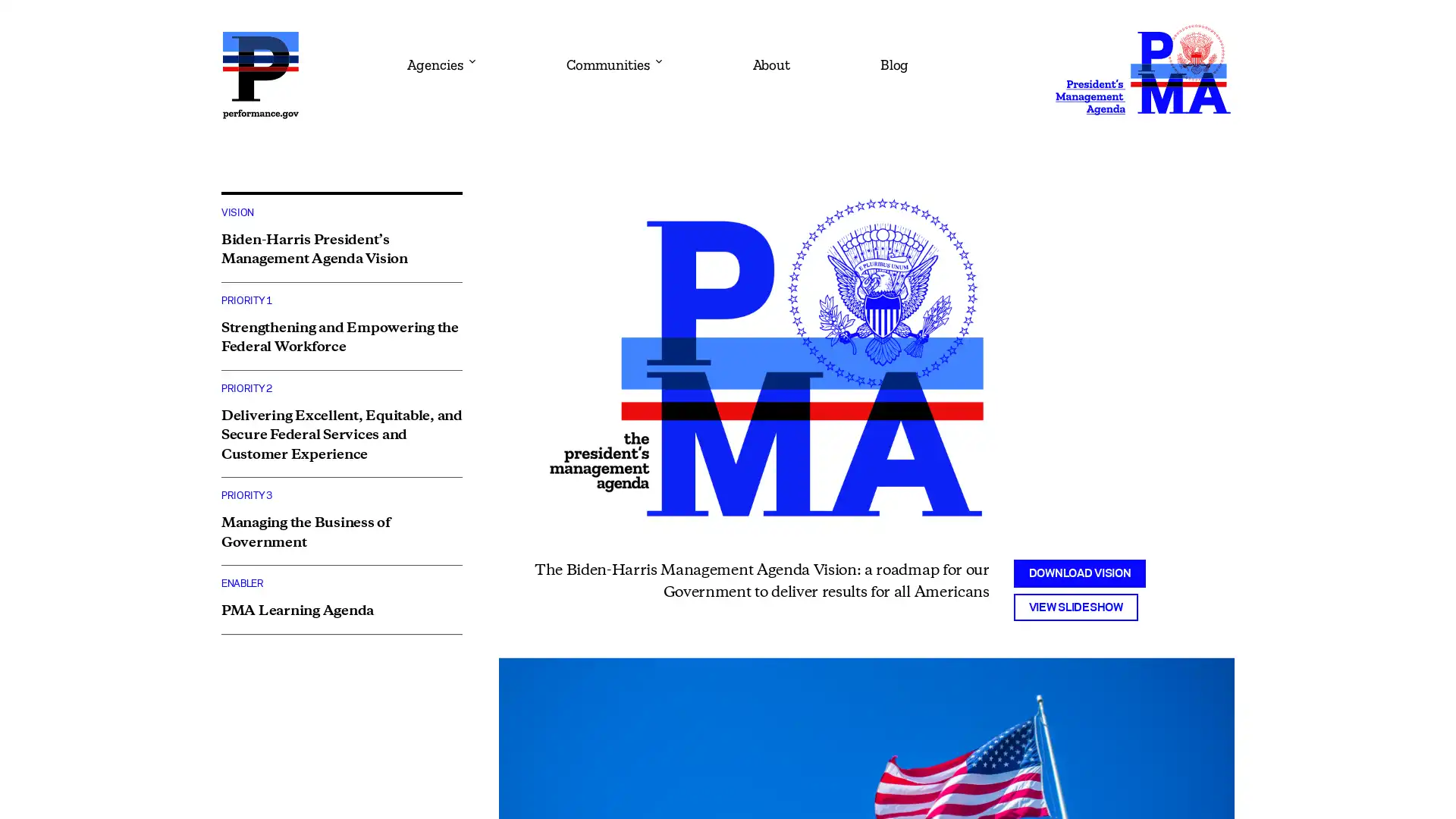 The image size is (1456, 819). Describe the element at coordinates (613, 59) in the screenshot. I see `Communities` at that location.